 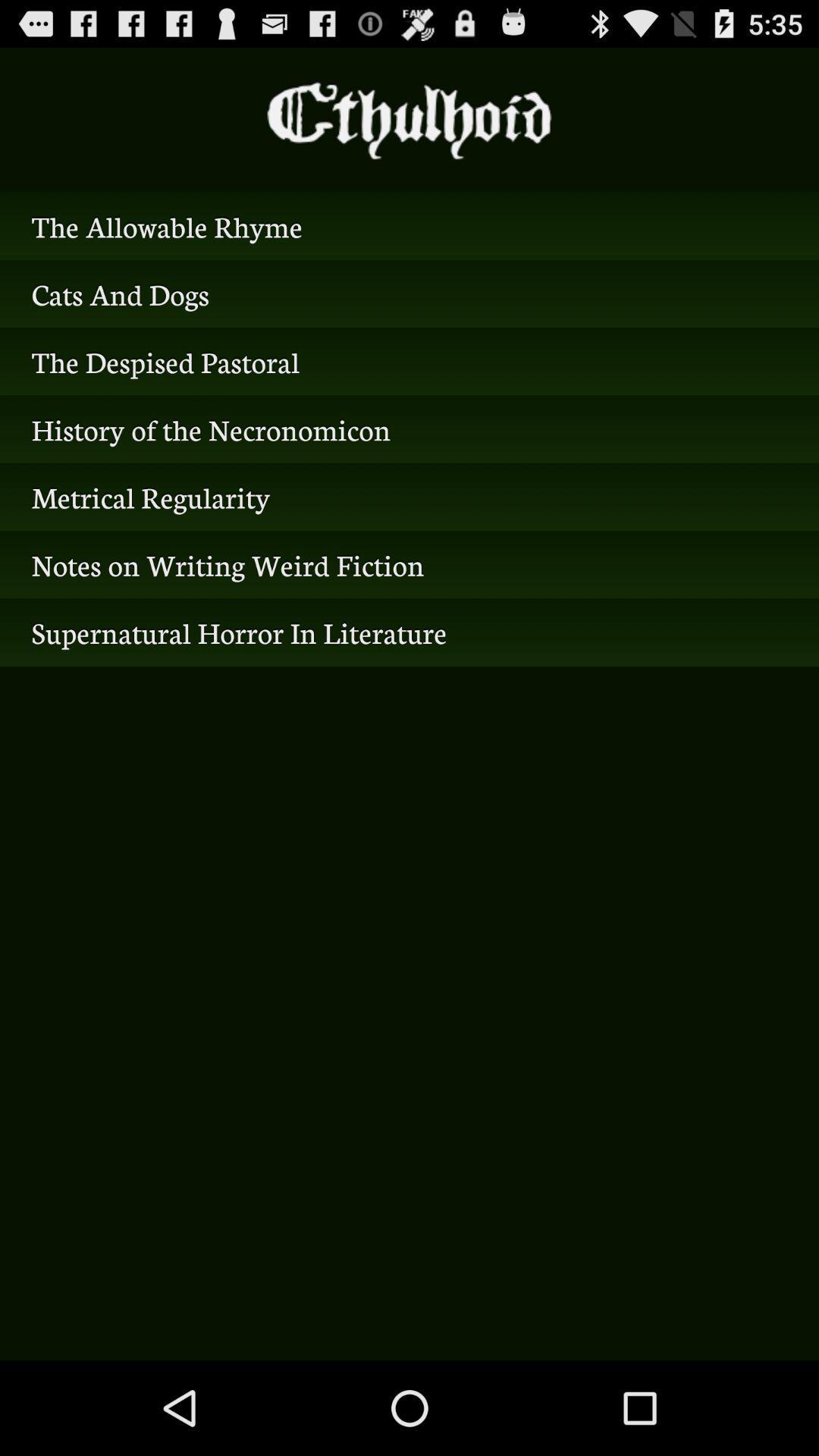 I want to click on item above cats and dogs icon, so click(x=409, y=225).